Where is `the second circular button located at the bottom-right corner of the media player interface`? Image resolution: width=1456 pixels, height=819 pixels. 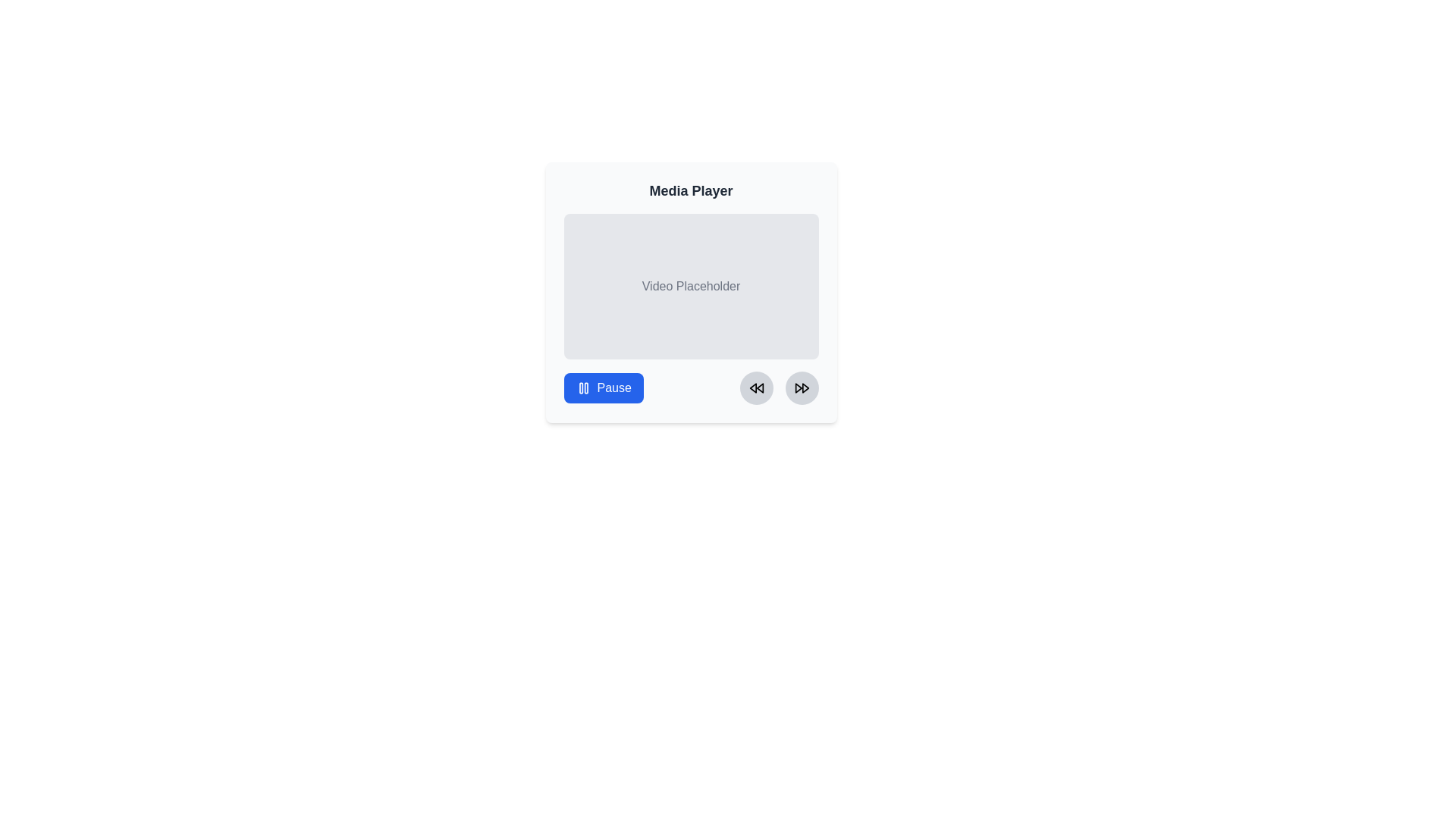
the second circular button located at the bottom-right corner of the media player interface is located at coordinates (801, 388).